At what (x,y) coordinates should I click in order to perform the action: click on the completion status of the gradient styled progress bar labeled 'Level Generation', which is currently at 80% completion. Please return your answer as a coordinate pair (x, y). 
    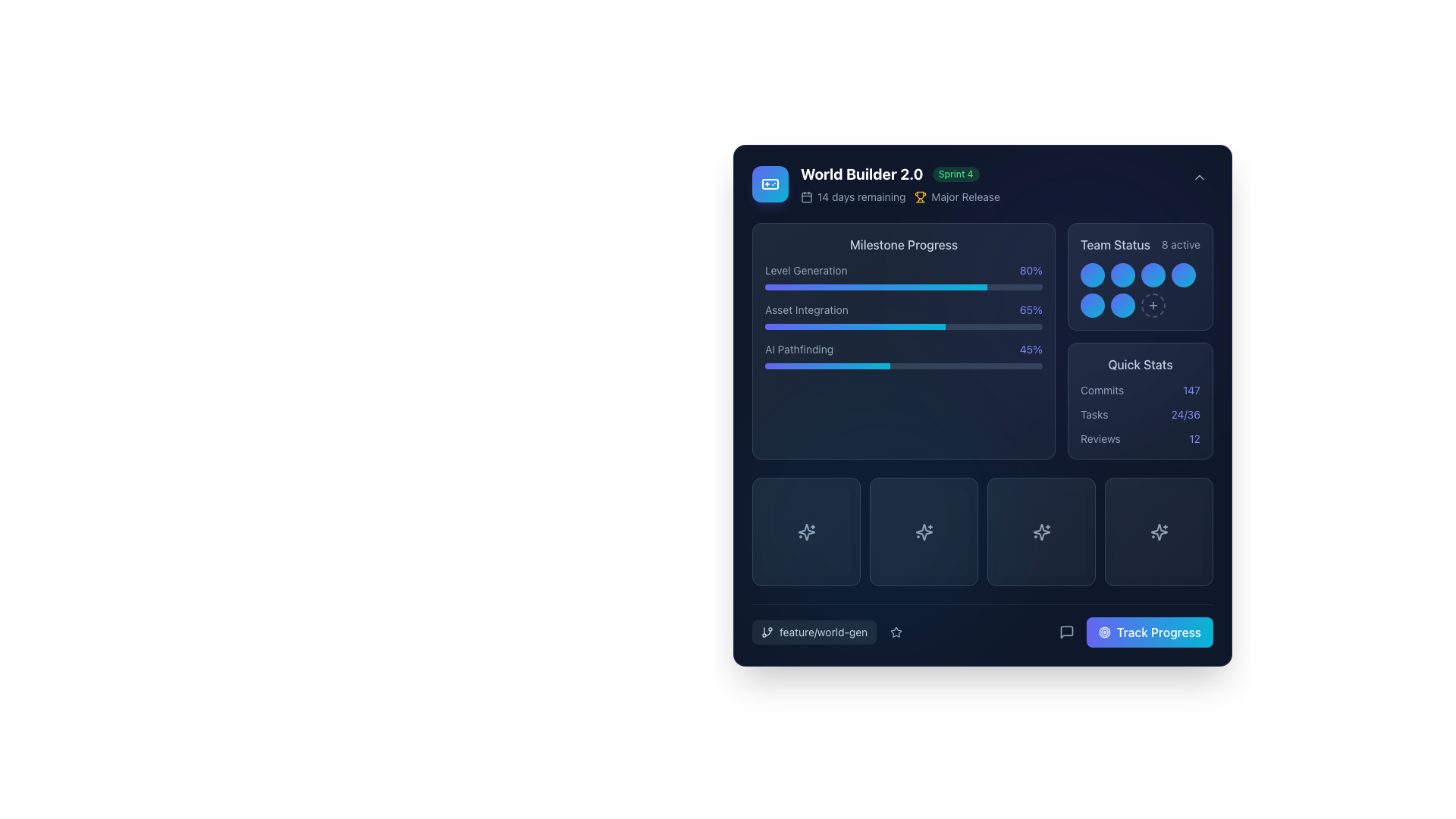
    Looking at the image, I should click on (876, 287).